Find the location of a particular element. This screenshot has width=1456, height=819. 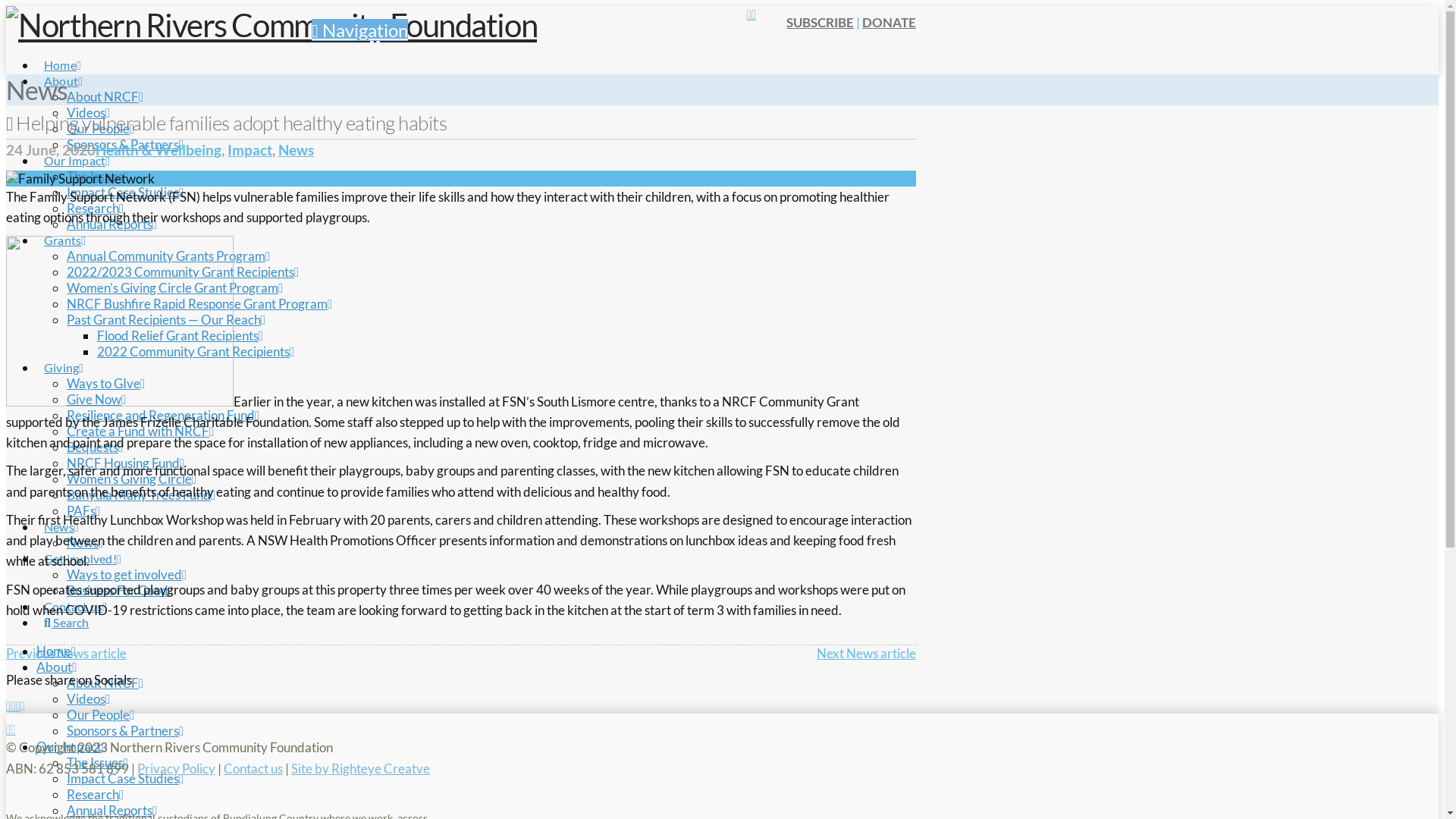

'Navigation' is located at coordinates (359, 30).